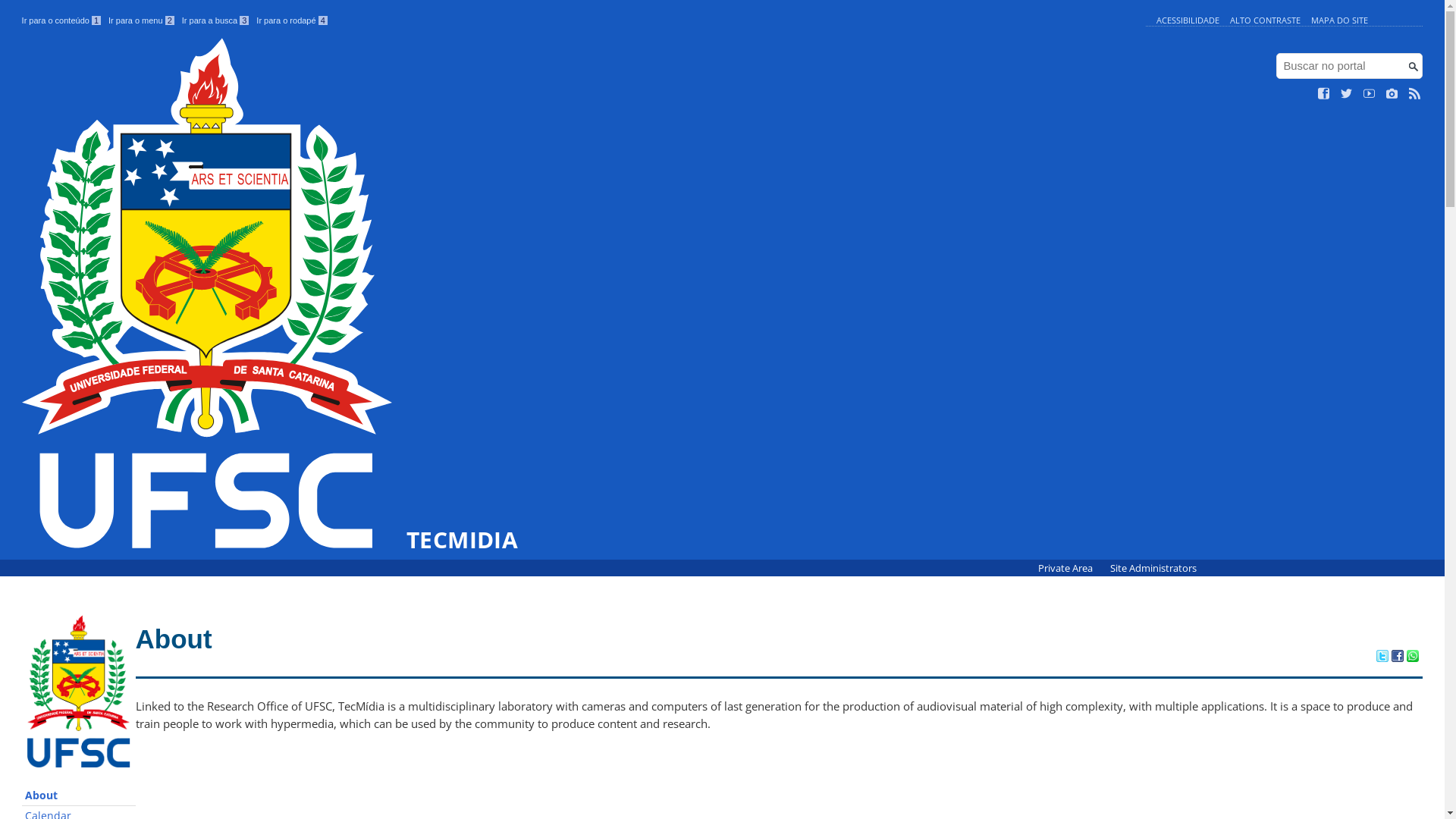  What do you see at coordinates (1339, 20) in the screenshot?
I see `'MAPA DO SITE'` at bounding box center [1339, 20].